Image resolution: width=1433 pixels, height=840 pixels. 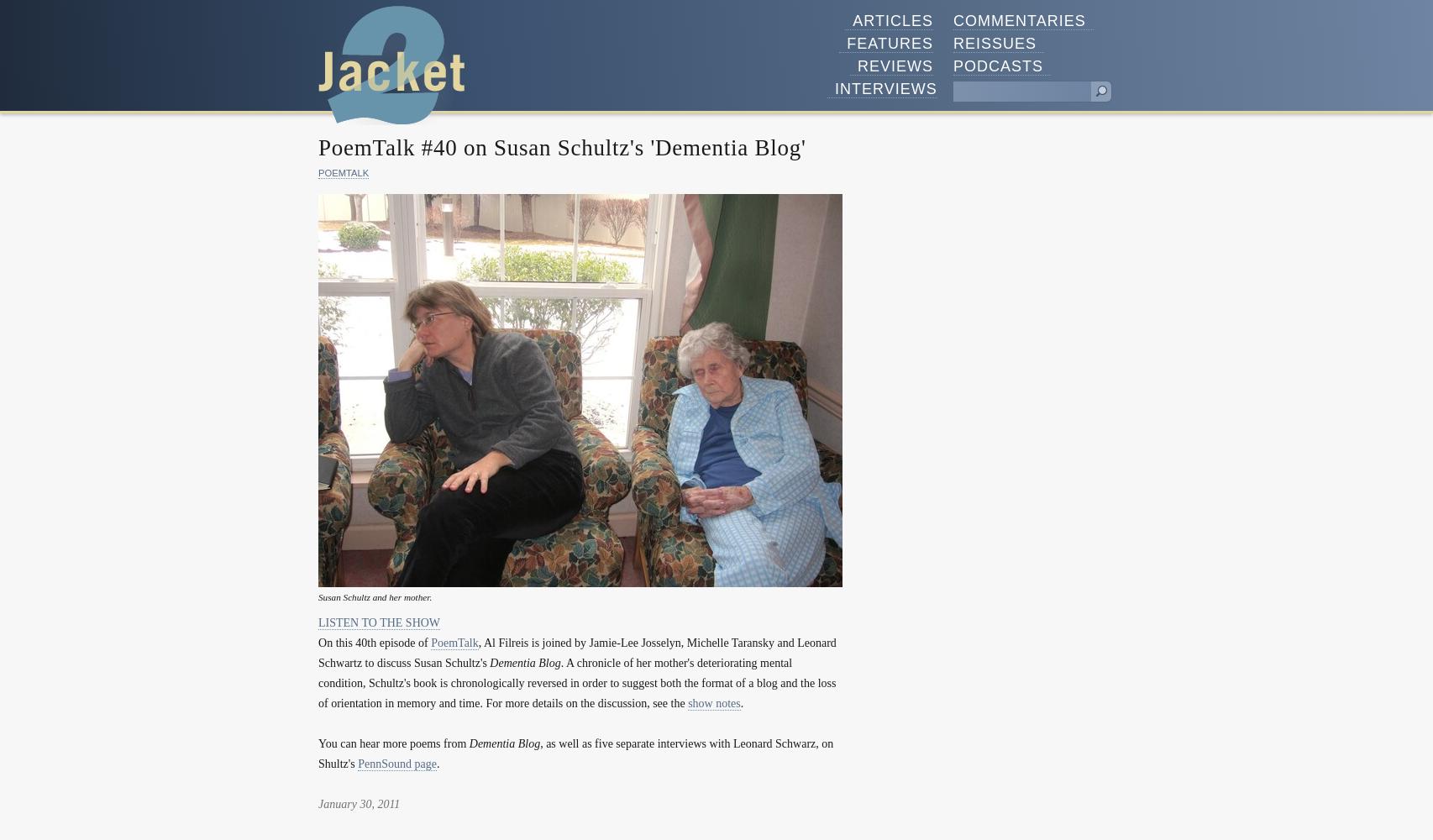 I want to click on 'You can hear more poems from', so click(x=392, y=743).